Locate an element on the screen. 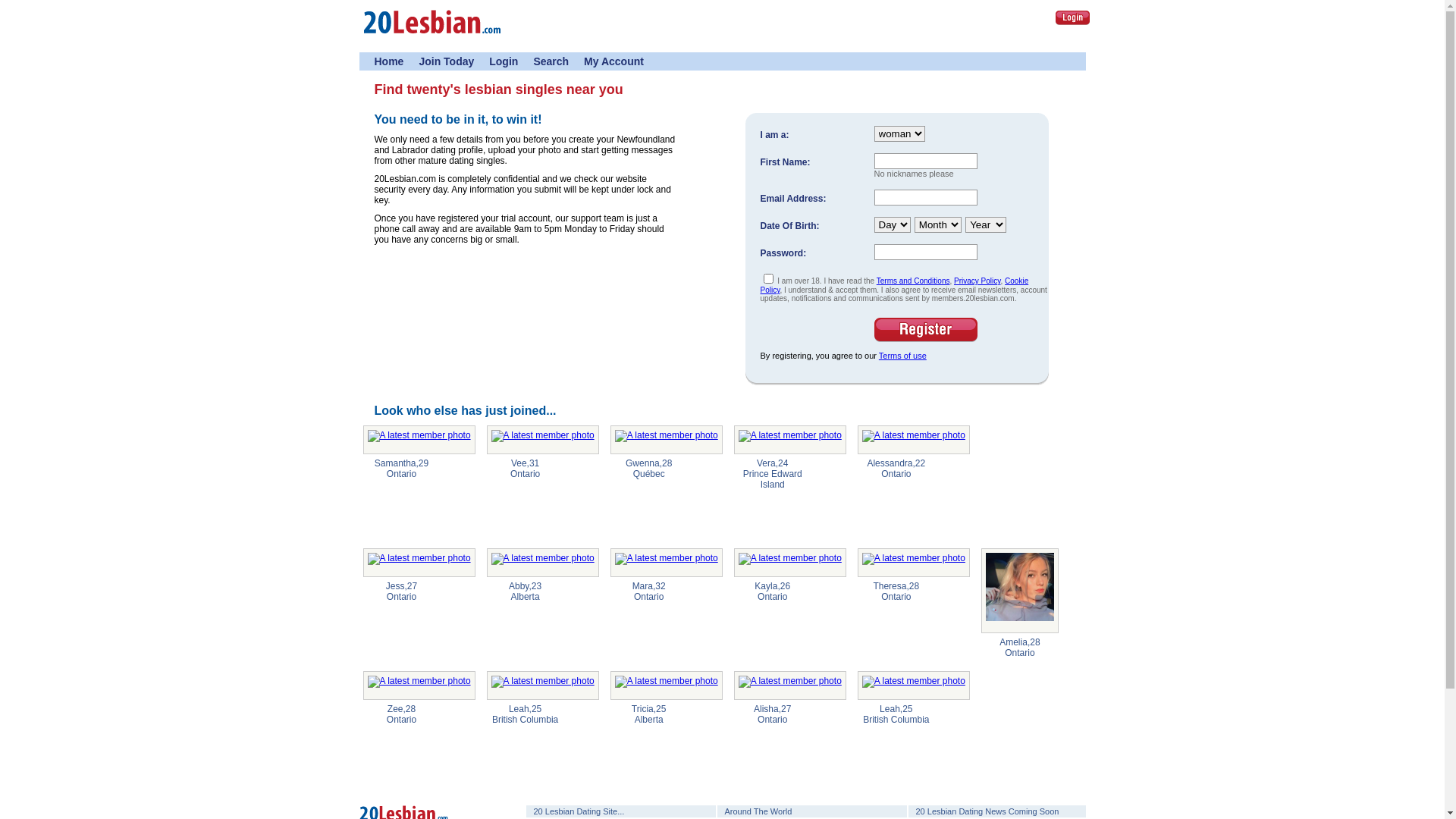 The image size is (1456, 819). 'Alessandra, 22 from Toronto, Ontario' is located at coordinates (912, 439).